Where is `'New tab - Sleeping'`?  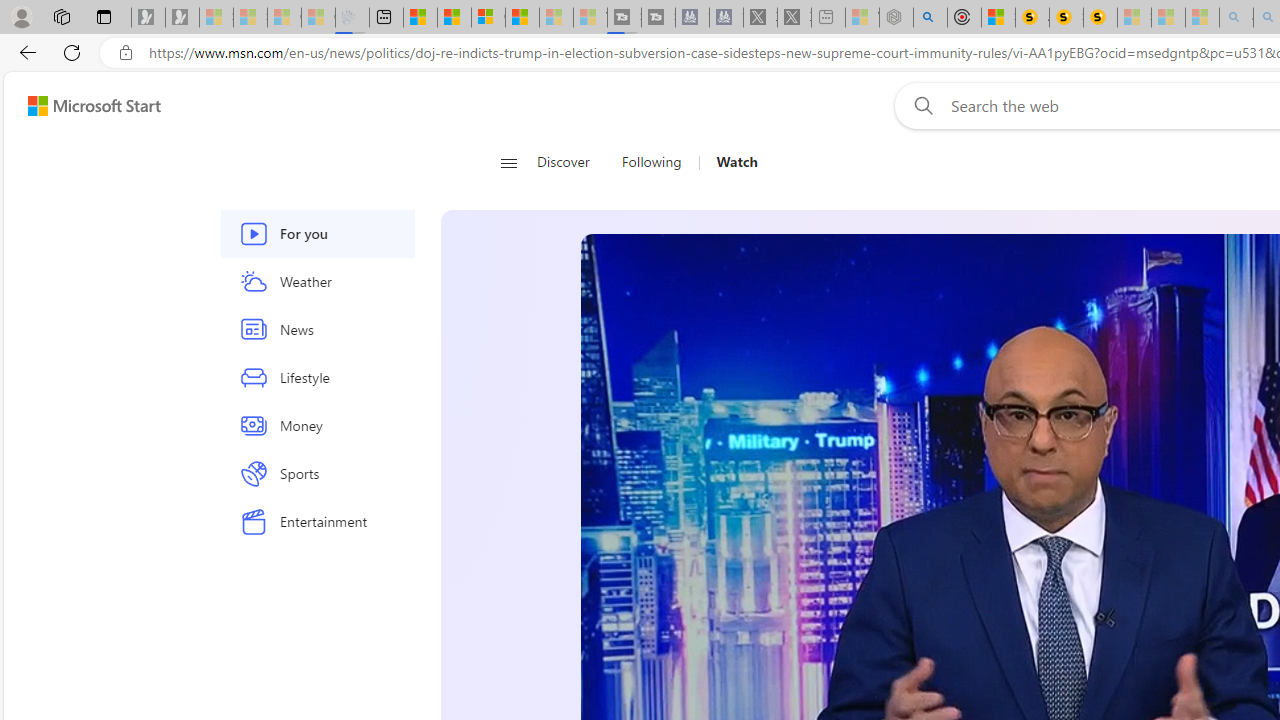
'New tab - Sleeping' is located at coordinates (828, 17).